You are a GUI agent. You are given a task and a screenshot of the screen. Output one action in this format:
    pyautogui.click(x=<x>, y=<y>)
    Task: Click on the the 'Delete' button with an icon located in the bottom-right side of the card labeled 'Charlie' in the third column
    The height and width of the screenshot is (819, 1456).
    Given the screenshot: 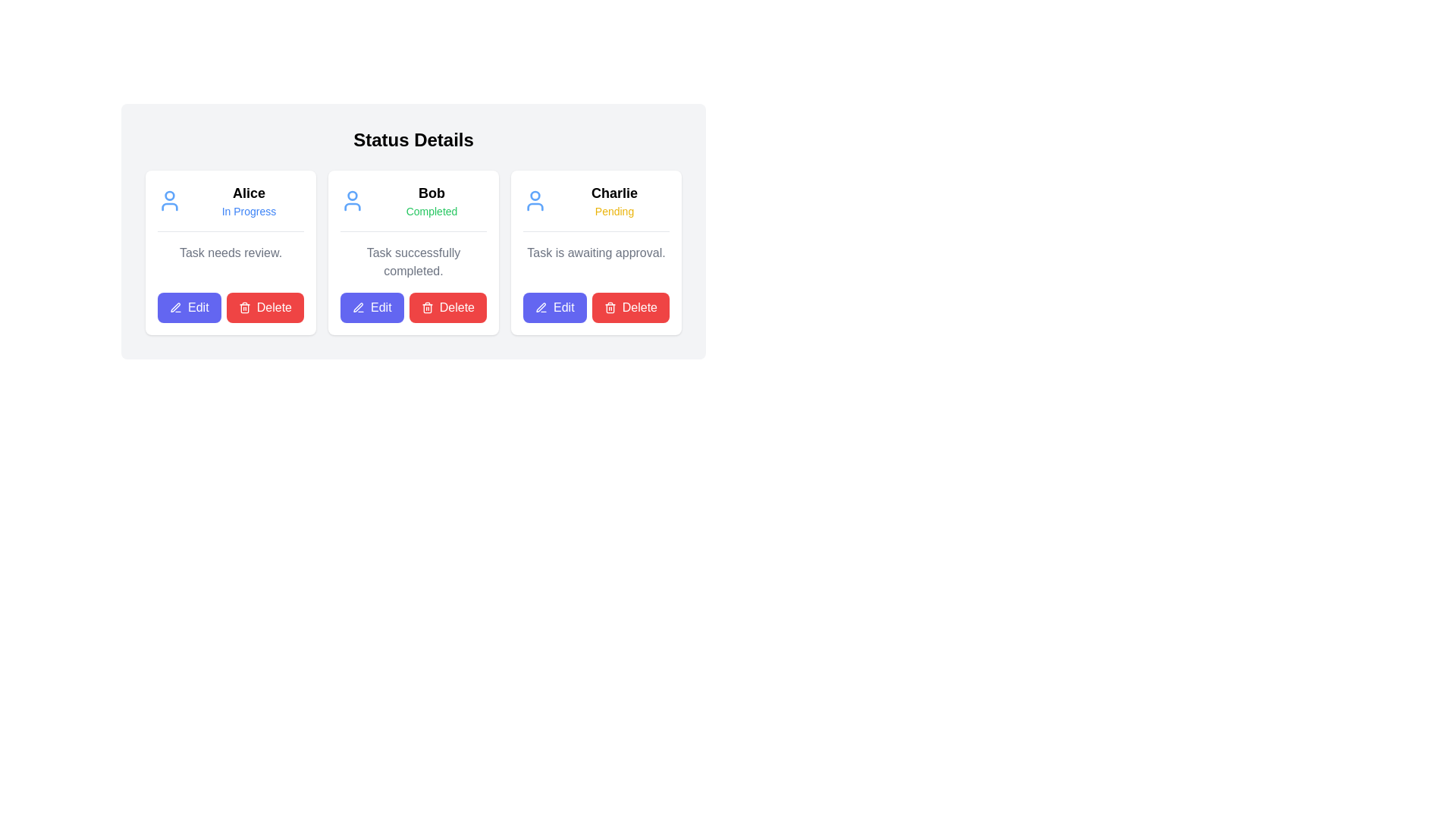 What is the action you would take?
    pyautogui.click(x=630, y=307)
    